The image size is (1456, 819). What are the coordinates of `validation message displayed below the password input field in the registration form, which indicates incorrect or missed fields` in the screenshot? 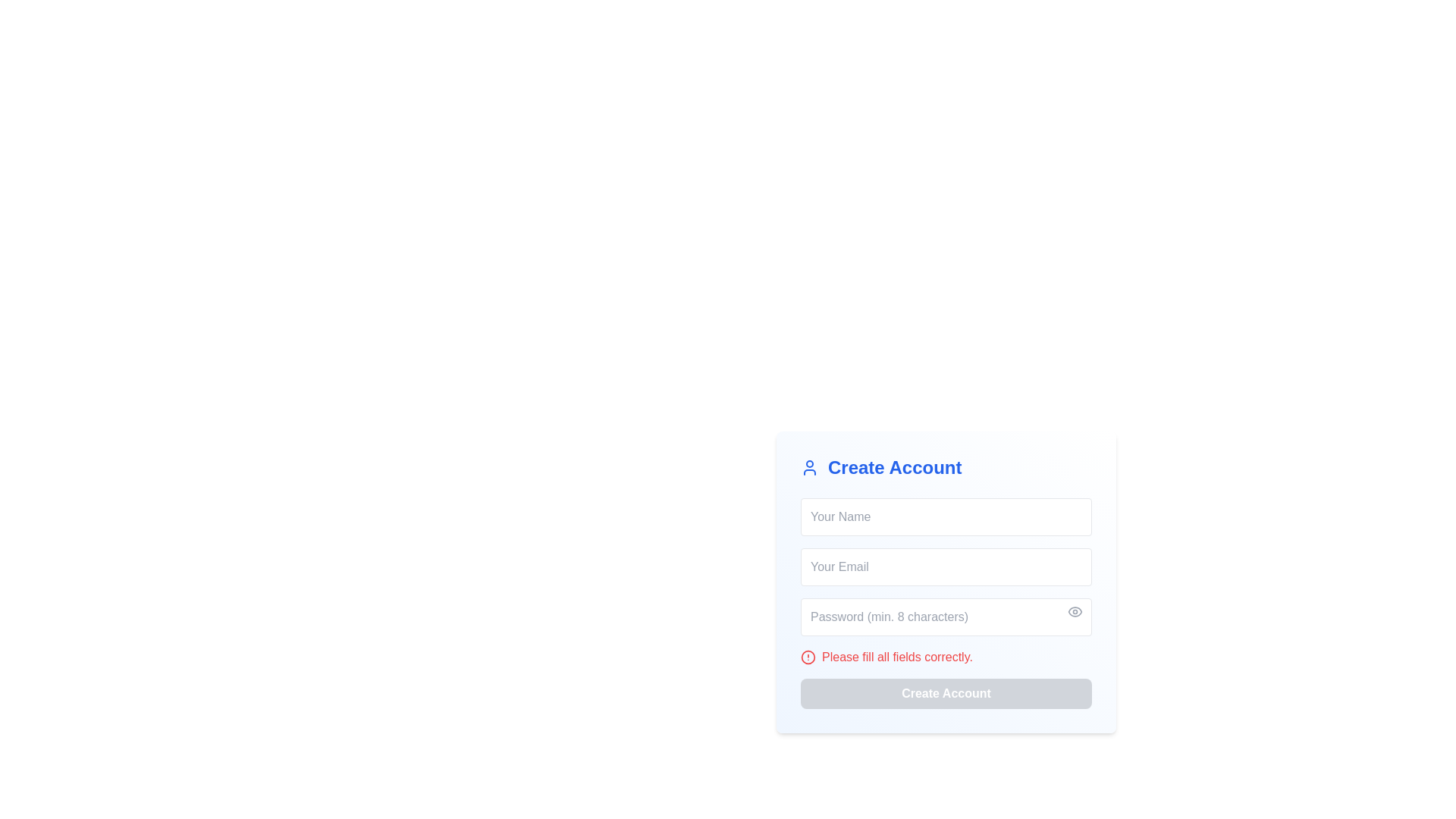 It's located at (897, 657).